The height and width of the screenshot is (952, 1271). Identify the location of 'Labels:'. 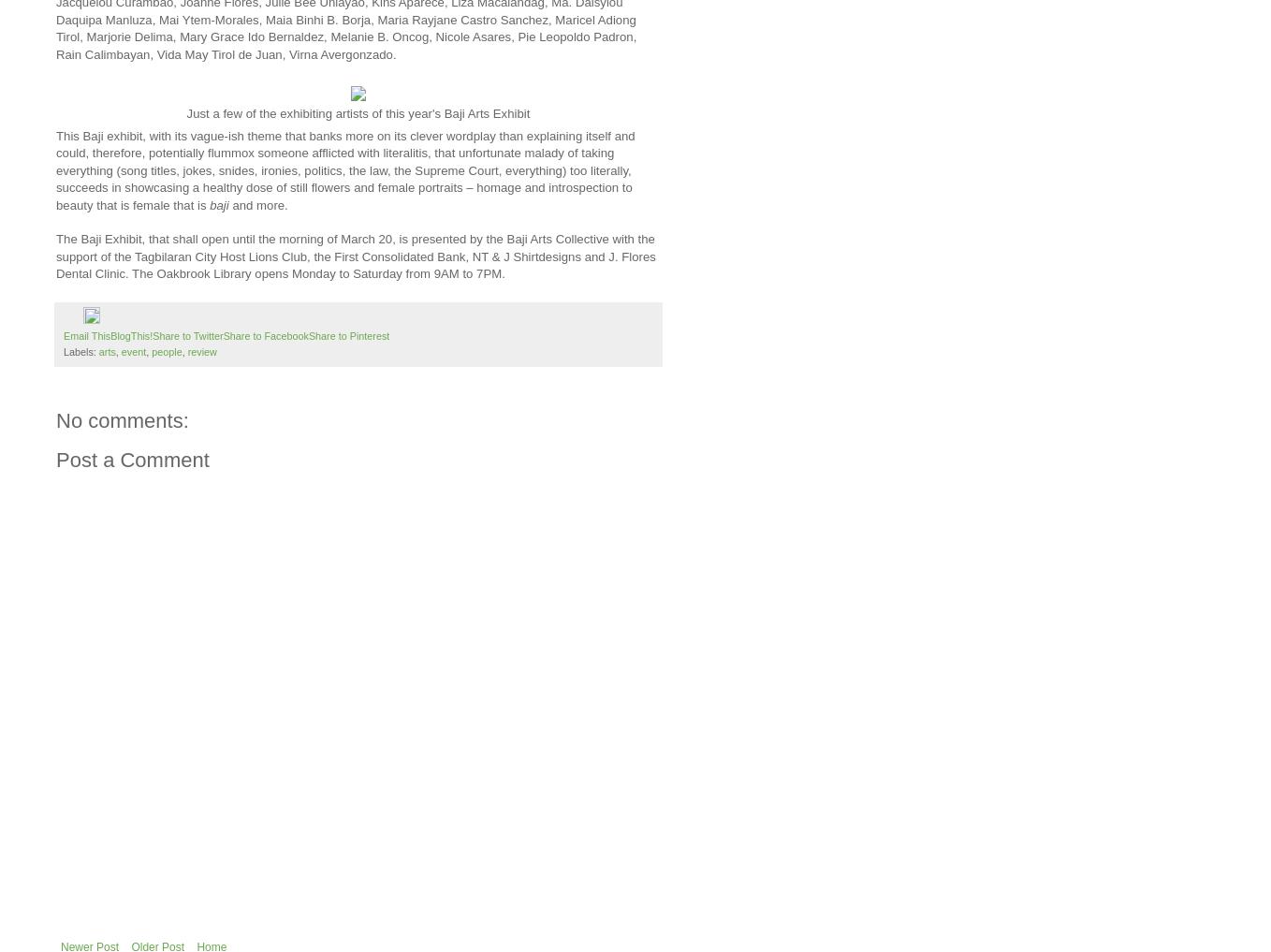
(64, 350).